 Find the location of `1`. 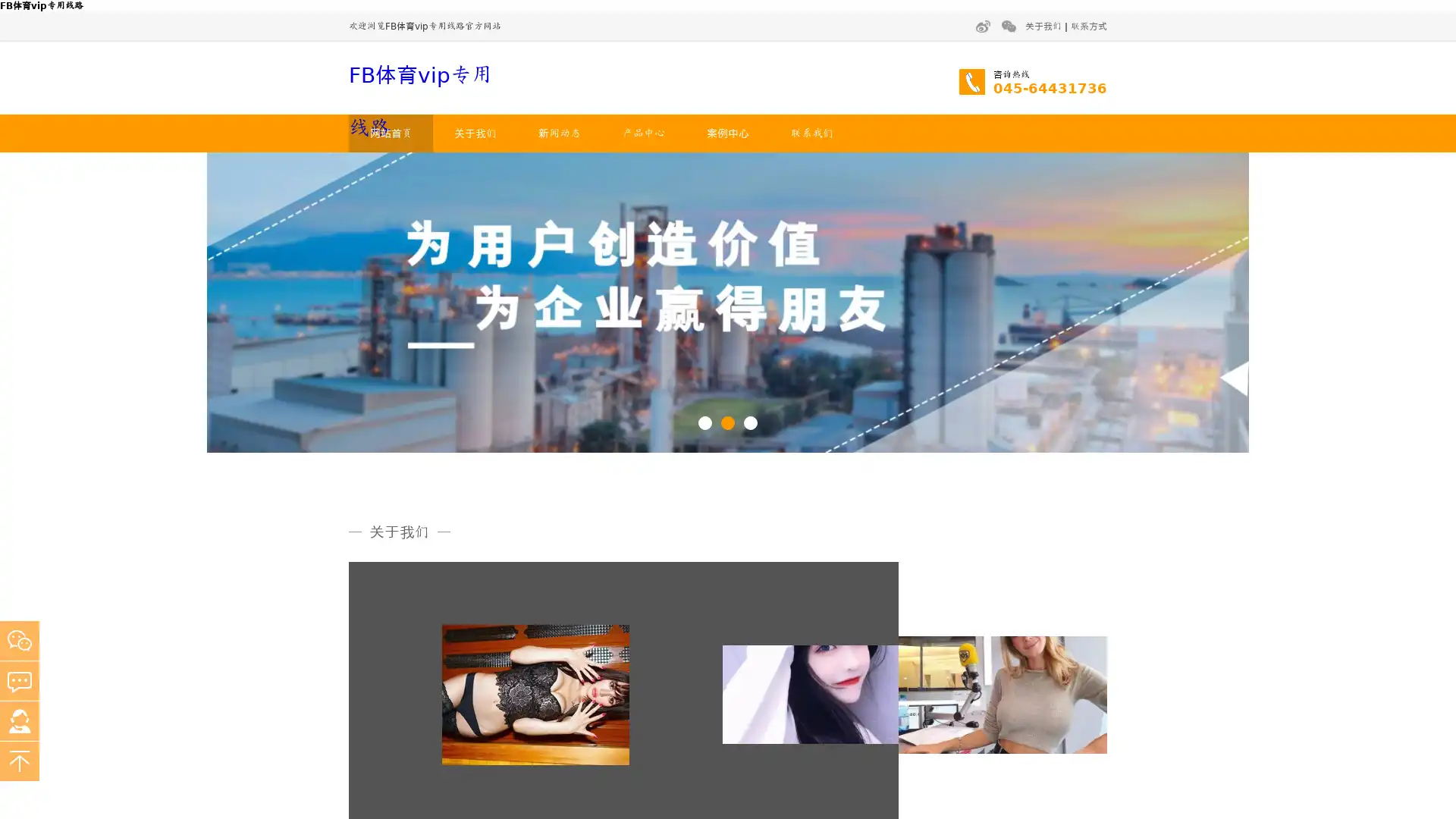

1 is located at coordinates (704, 422).